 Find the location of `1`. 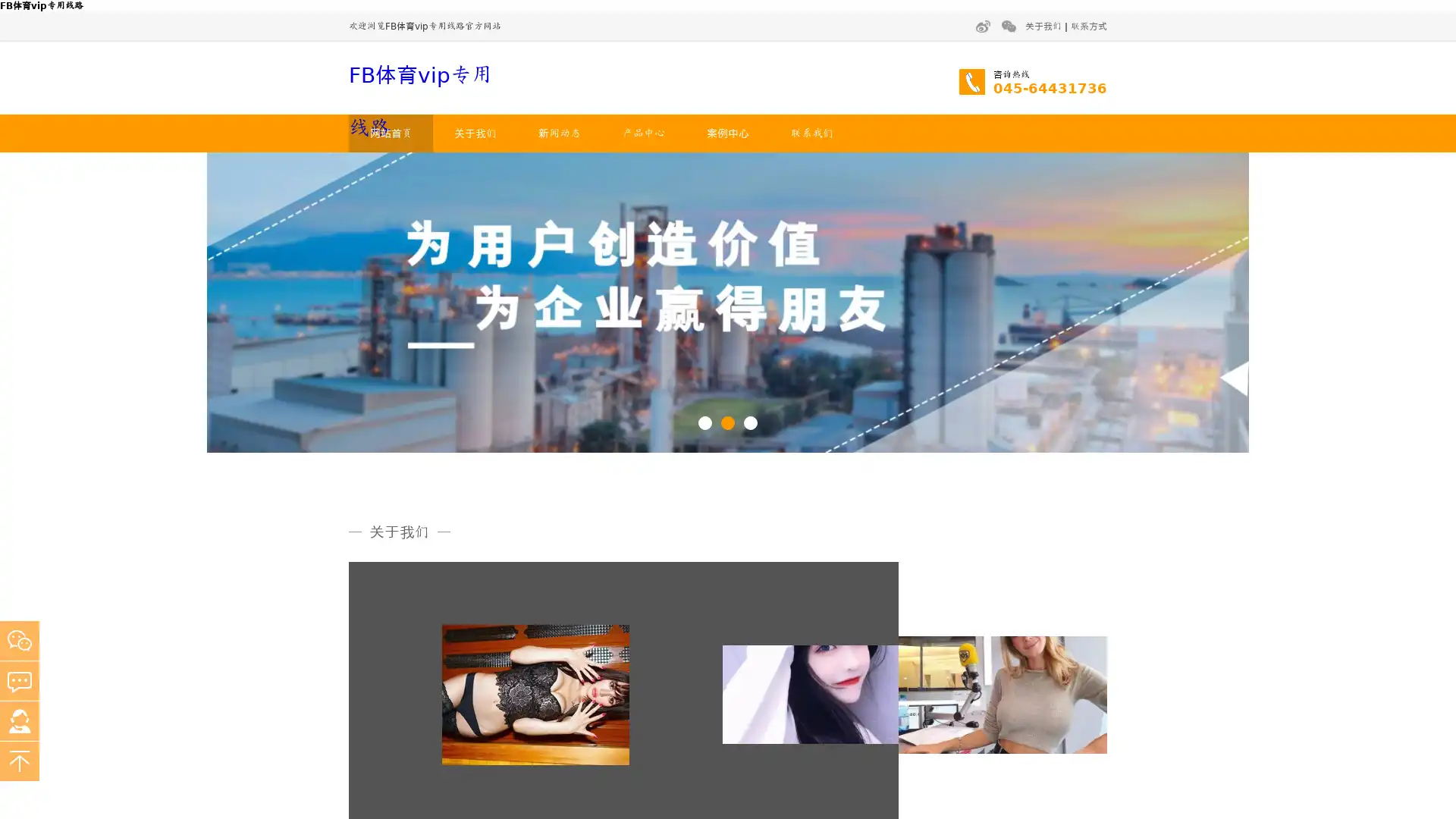

1 is located at coordinates (704, 422).